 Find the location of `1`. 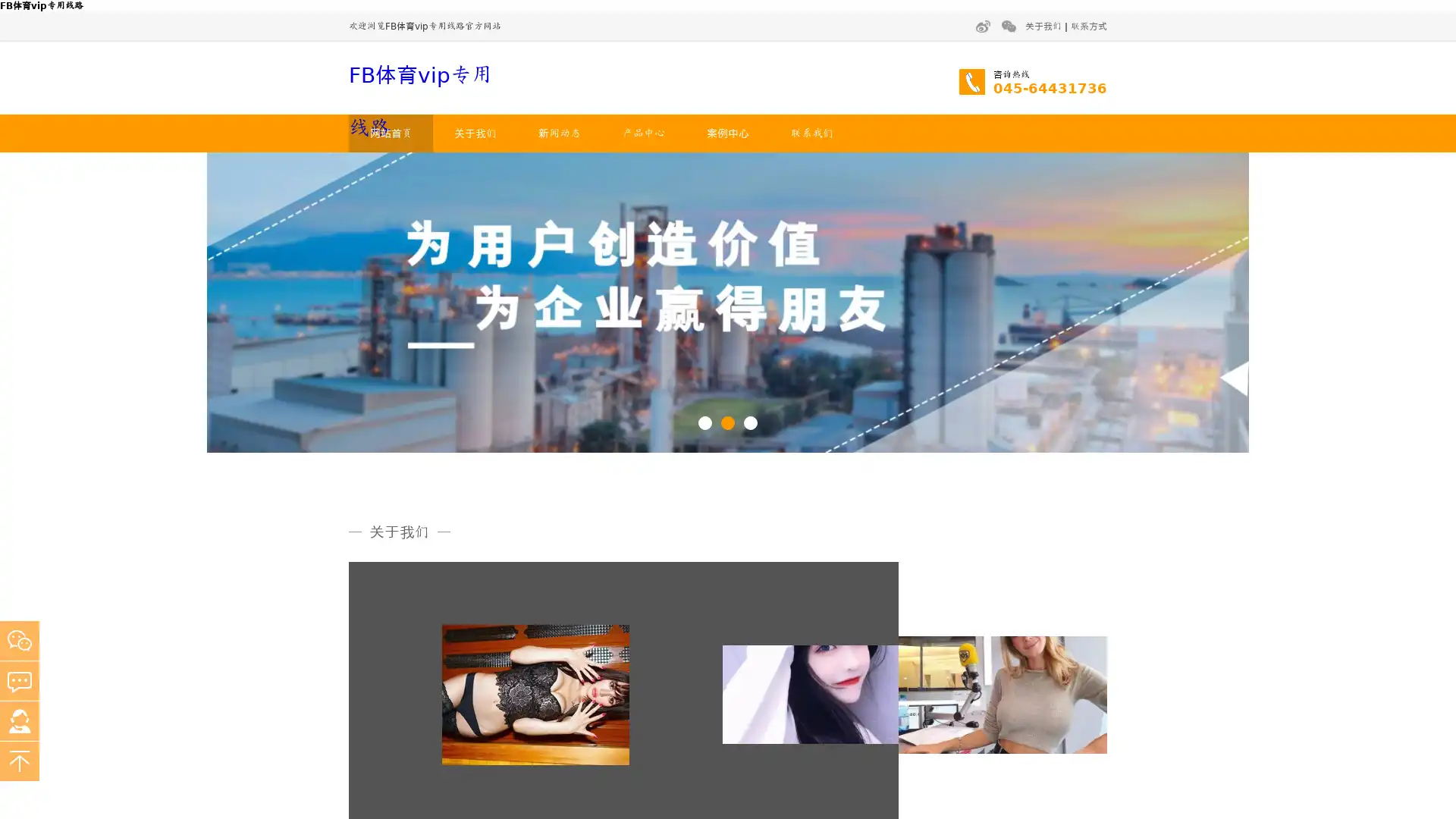

1 is located at coordinates (704, 422).